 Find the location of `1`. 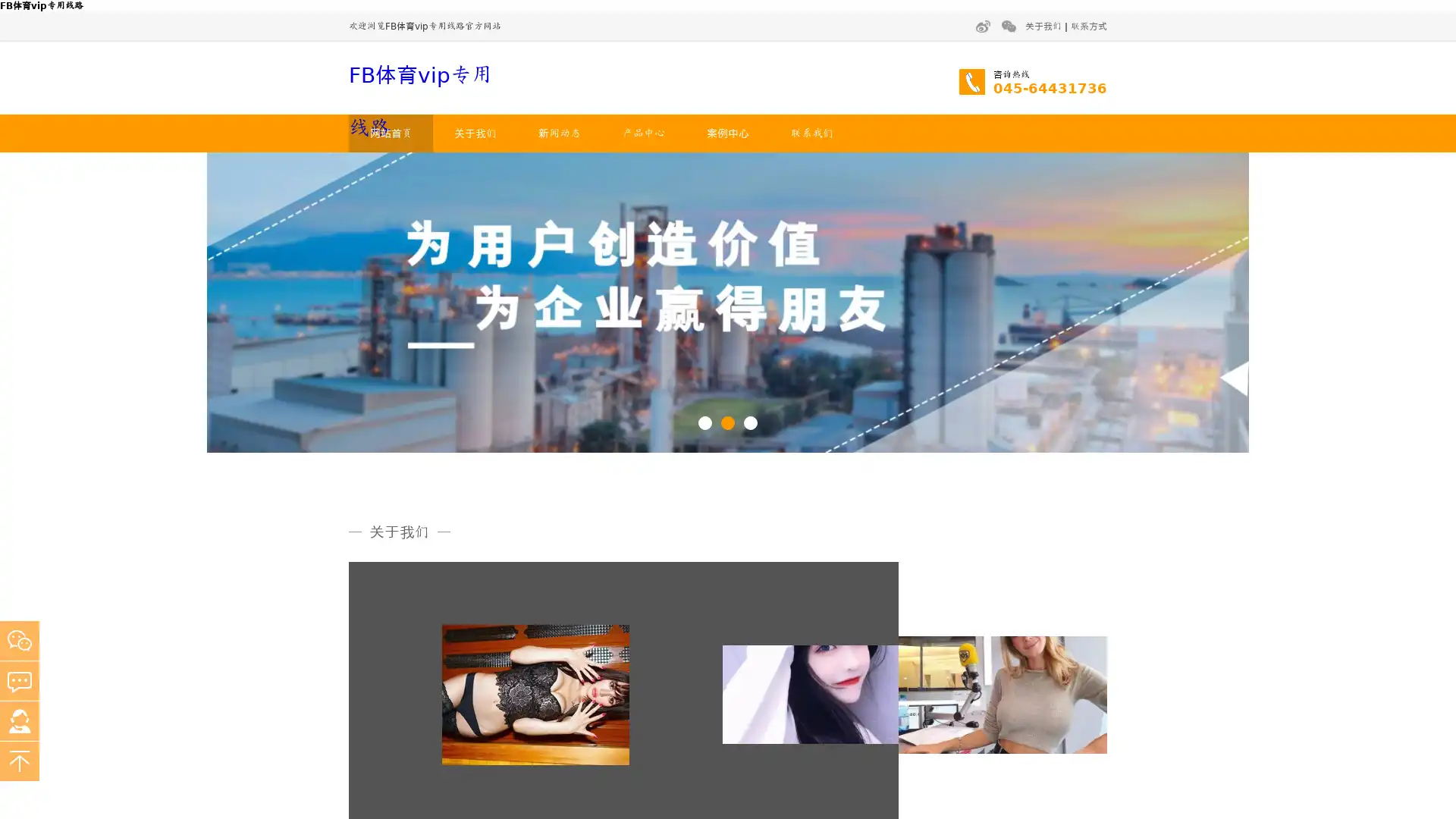

1 is located at coordinates (704, 422).